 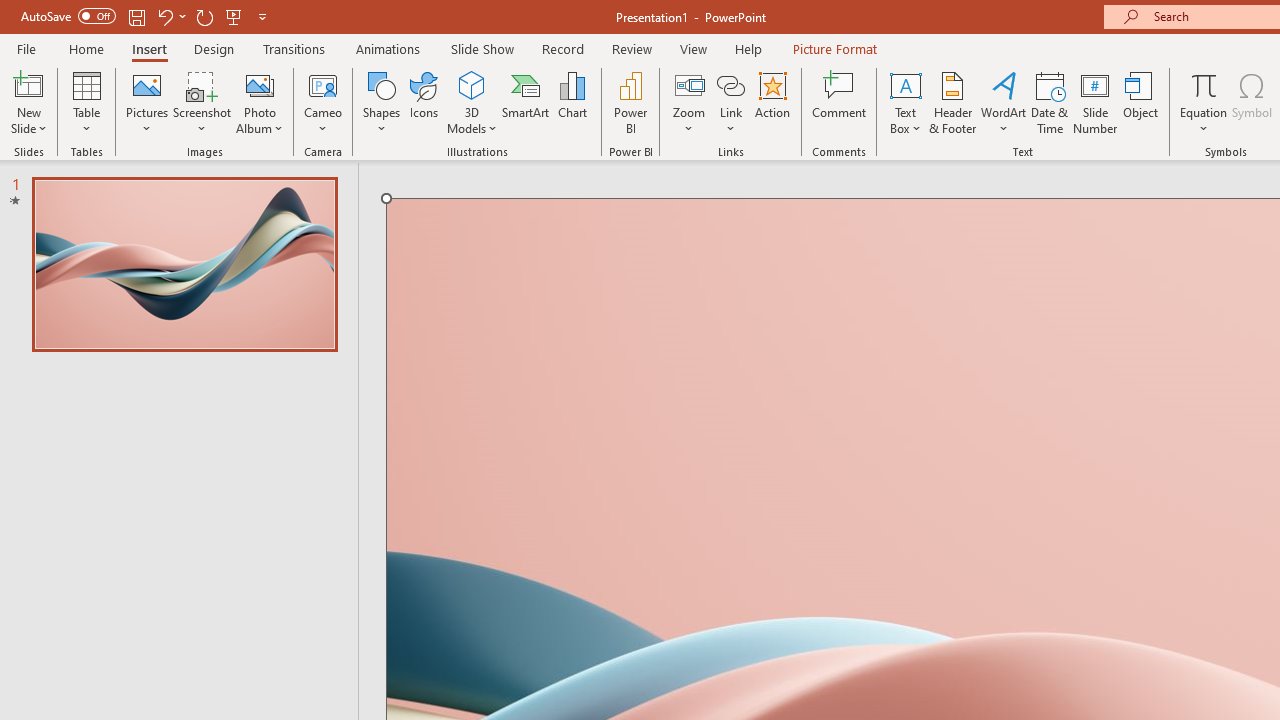 What do you see at coordinates (1004, 103) in the screenshot?
I see `'WordArt'` at bounding box center [1004, 103].